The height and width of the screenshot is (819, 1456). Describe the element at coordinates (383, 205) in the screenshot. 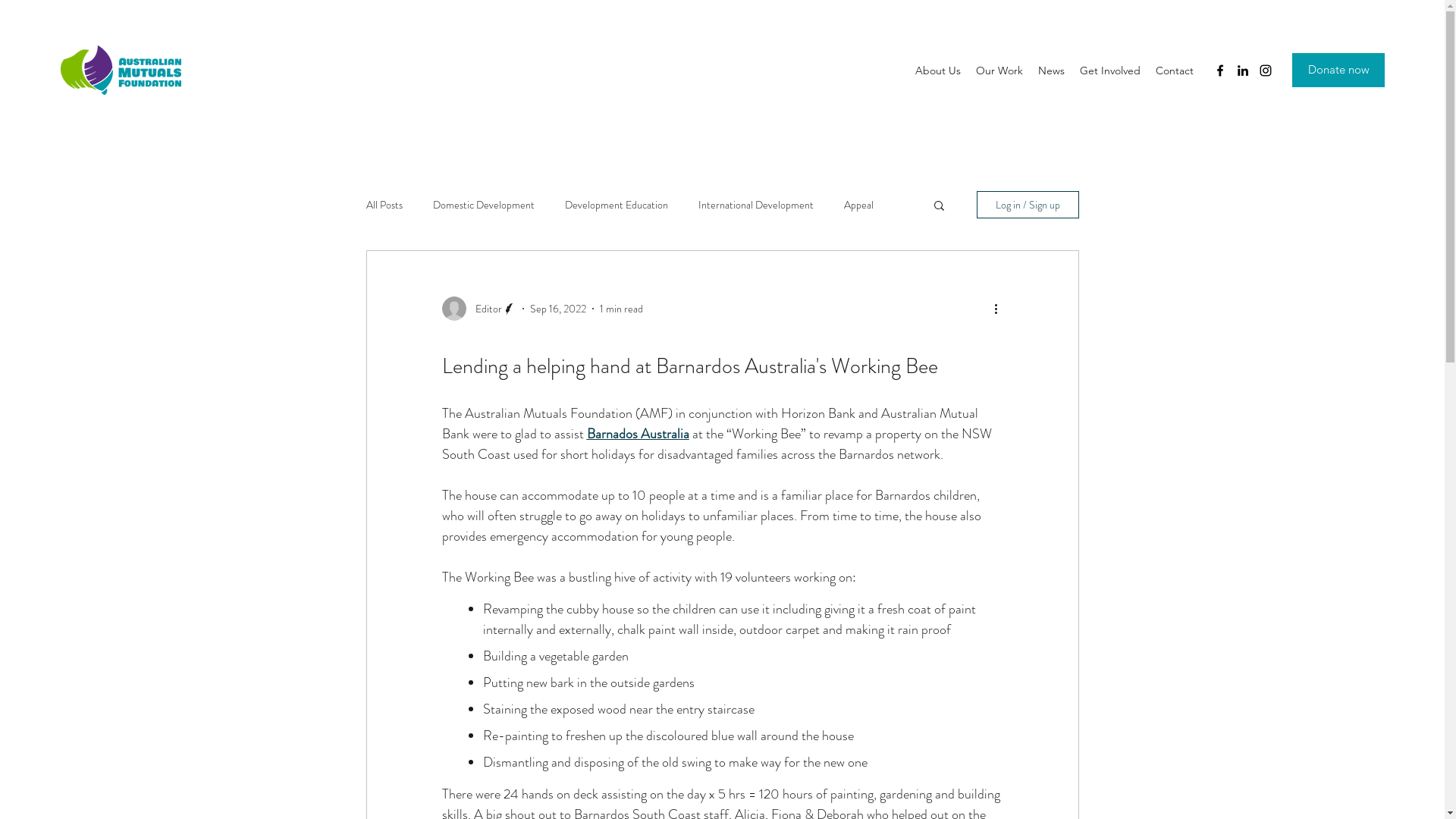

I see `'All Posts'` at that location.